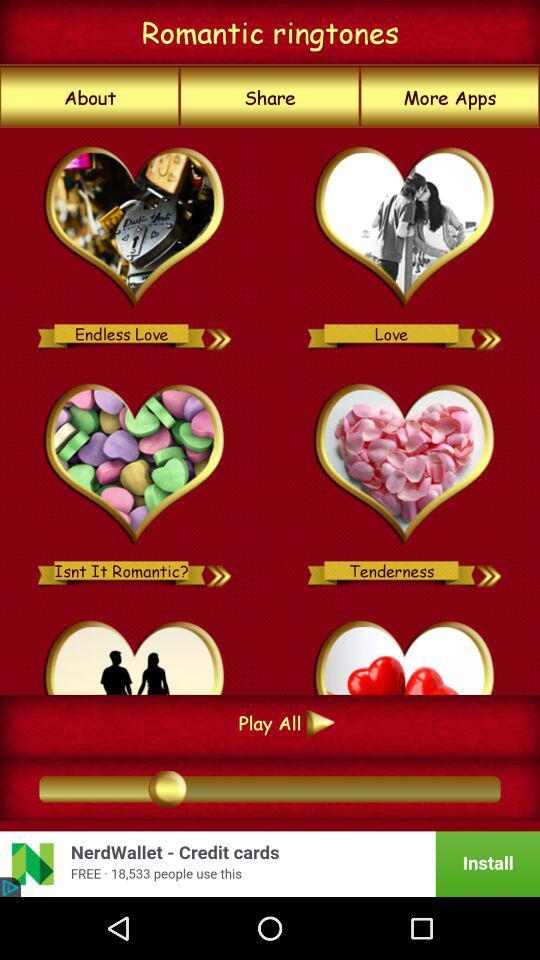  Describe the element at coordinates (135, 653) in the screenshot. I see `app icon` at that location.